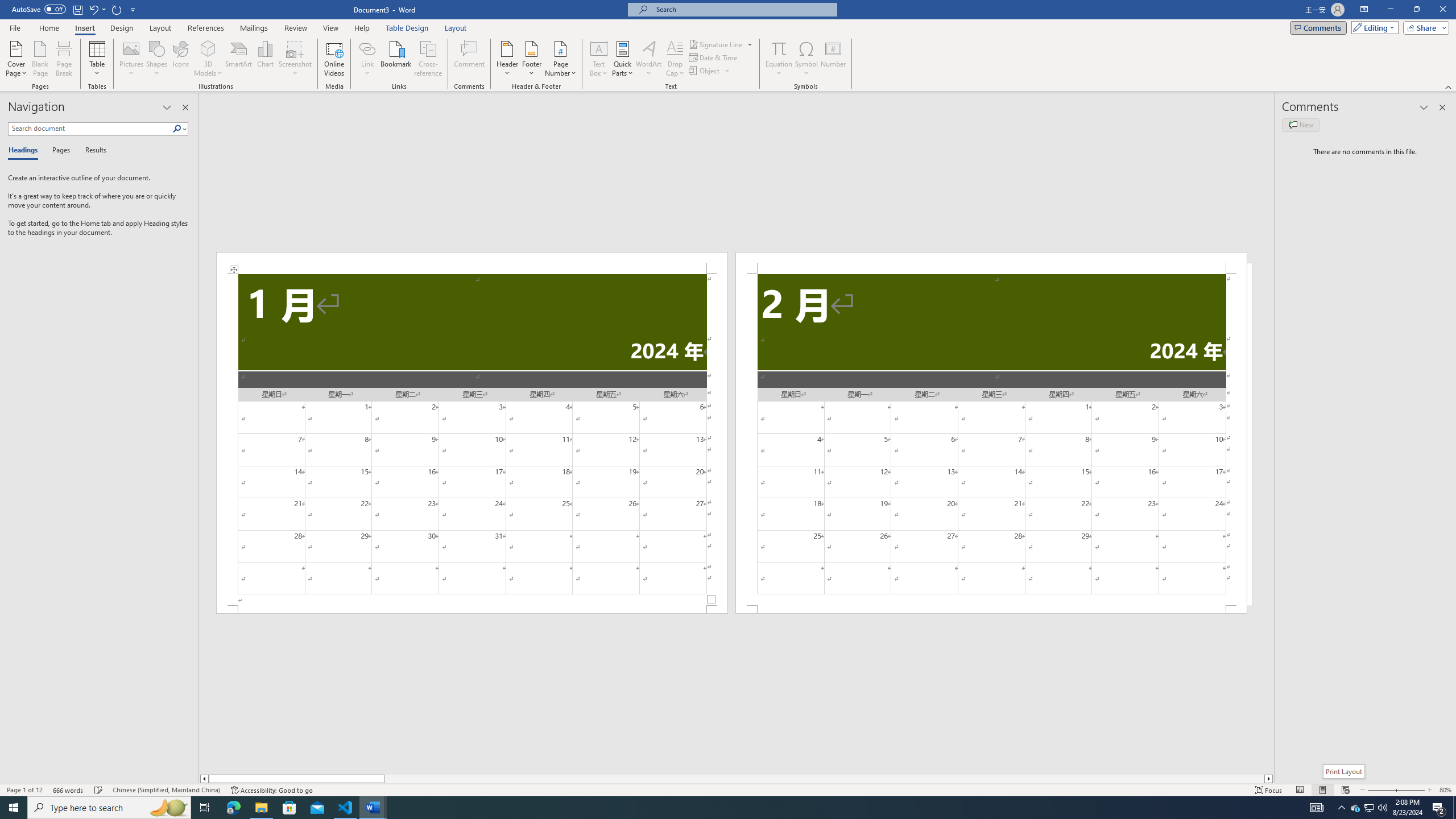 The image size is (1456, 819). Describe the element at coordinates (1378, 790) in the screenshot. I see `'Zoom Out'` at that location.